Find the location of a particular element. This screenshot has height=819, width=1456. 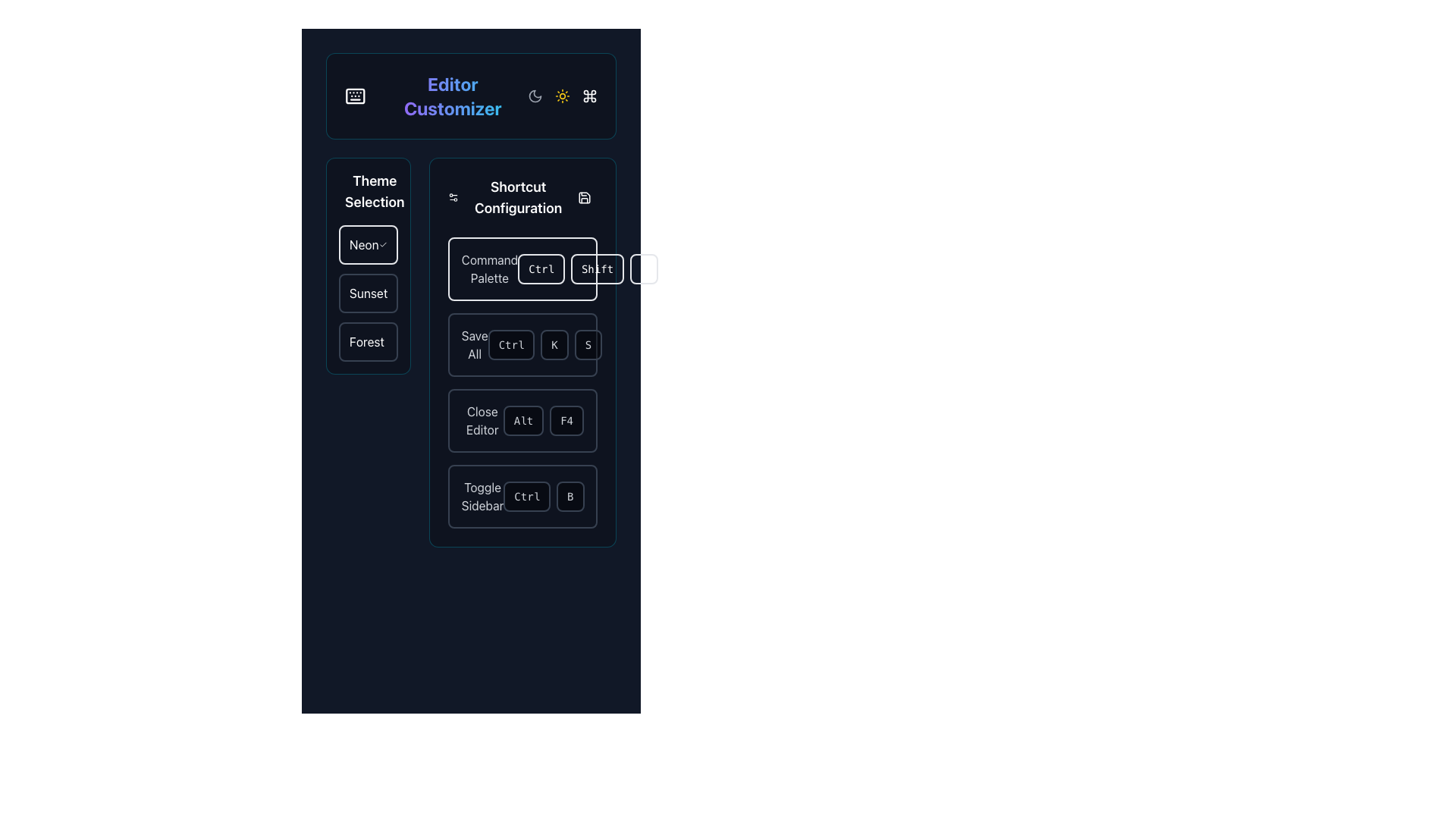

the icon set or button group located at the upper-right corner of the 'Editor Customizer' panel is located at coordinates (562, 96).